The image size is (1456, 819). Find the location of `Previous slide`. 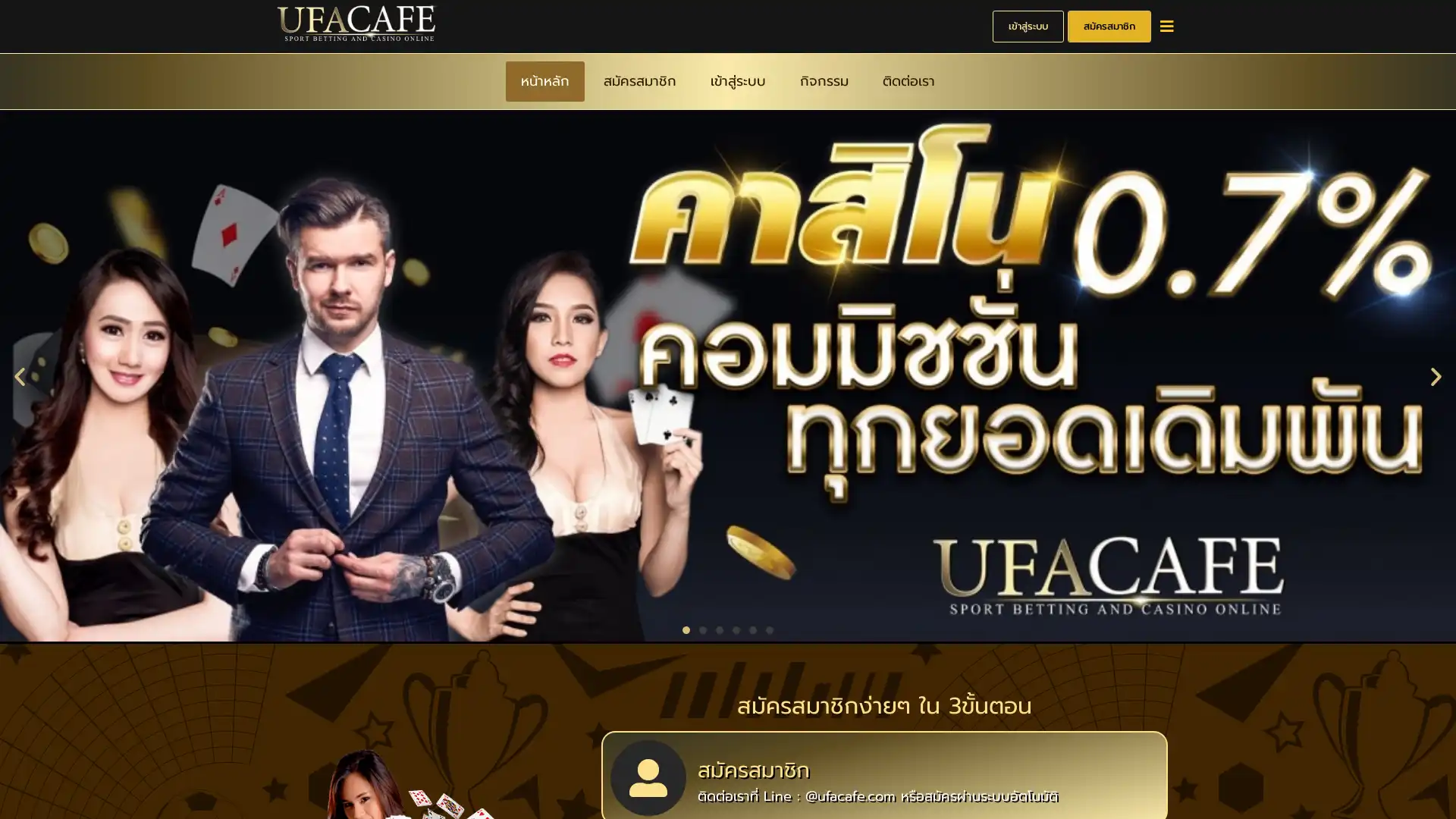

Previous slide is located at coordinates (19, 374).